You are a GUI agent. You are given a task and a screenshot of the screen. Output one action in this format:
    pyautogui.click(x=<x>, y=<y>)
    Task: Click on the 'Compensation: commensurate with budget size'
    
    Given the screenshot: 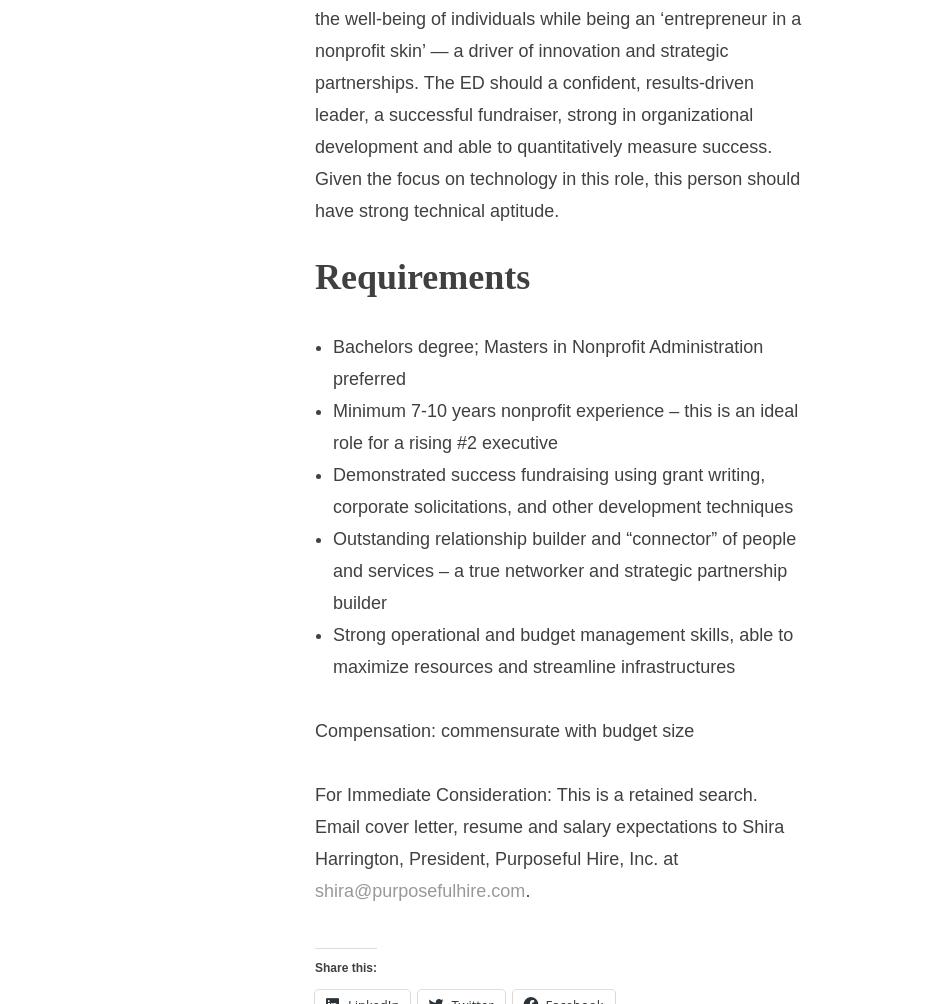 What is the action you would take?
    pyautogui.click(x=504, y=730)
    